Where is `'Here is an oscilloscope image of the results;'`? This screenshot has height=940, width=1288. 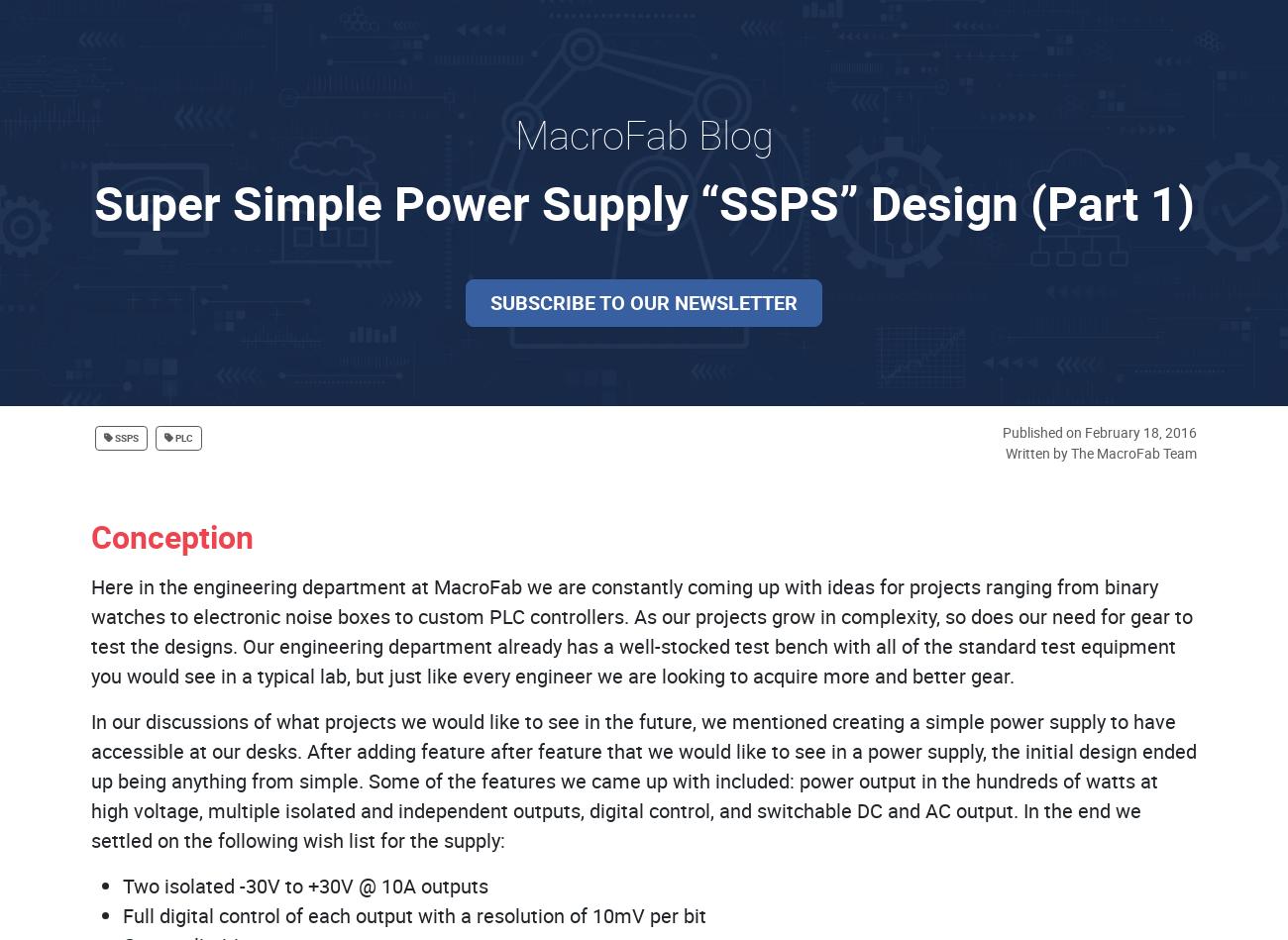
'Here is an oscilloscope image of the results;' is located at coordinates (285, 54).